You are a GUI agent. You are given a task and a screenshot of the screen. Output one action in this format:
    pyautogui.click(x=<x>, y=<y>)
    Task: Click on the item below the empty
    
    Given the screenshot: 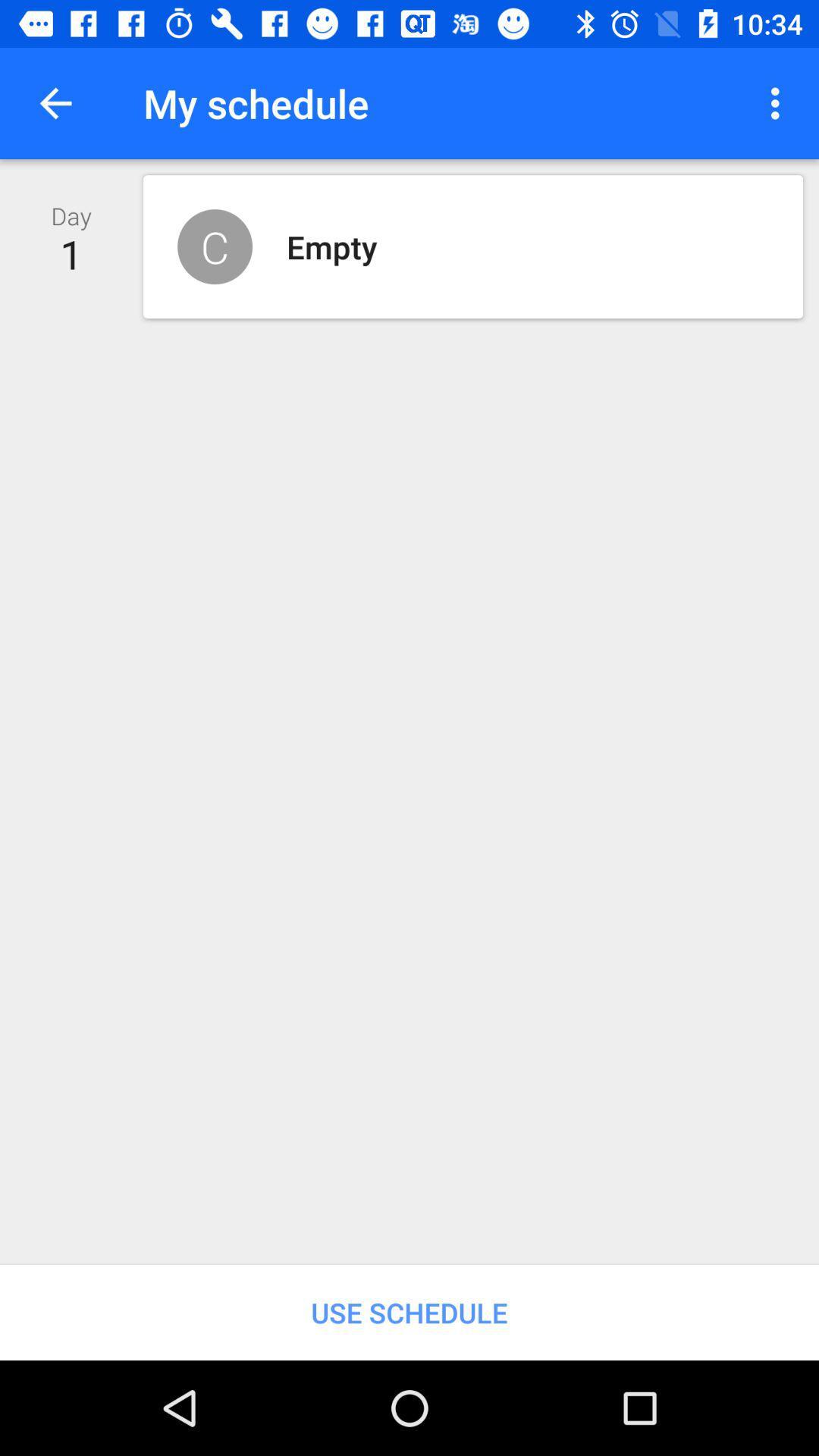 What is the action you would take?
    pyautogui.click(x=409, y=1312)
    